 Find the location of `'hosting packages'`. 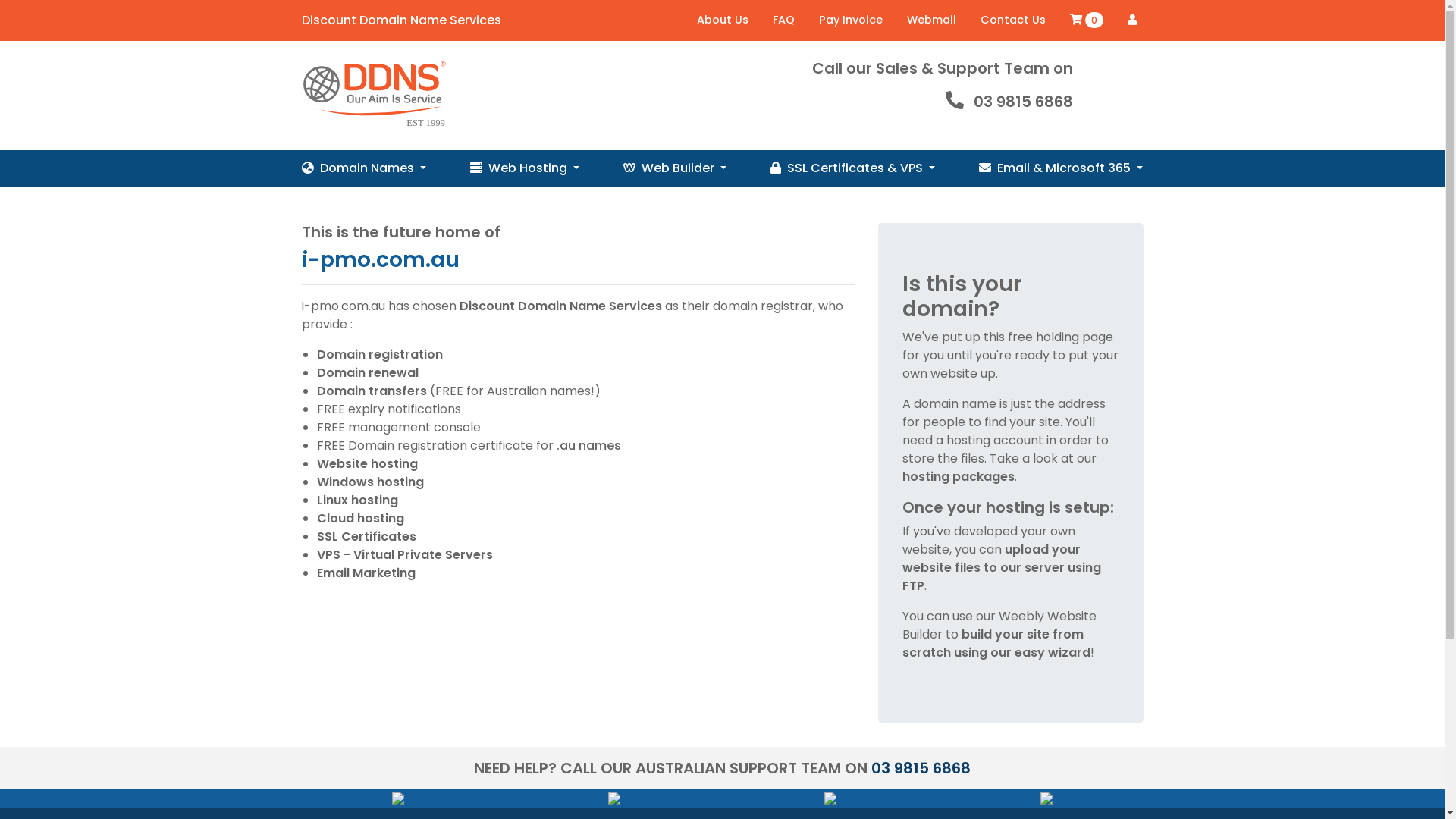

'hosting packages' is located at coordinates (957, 475).